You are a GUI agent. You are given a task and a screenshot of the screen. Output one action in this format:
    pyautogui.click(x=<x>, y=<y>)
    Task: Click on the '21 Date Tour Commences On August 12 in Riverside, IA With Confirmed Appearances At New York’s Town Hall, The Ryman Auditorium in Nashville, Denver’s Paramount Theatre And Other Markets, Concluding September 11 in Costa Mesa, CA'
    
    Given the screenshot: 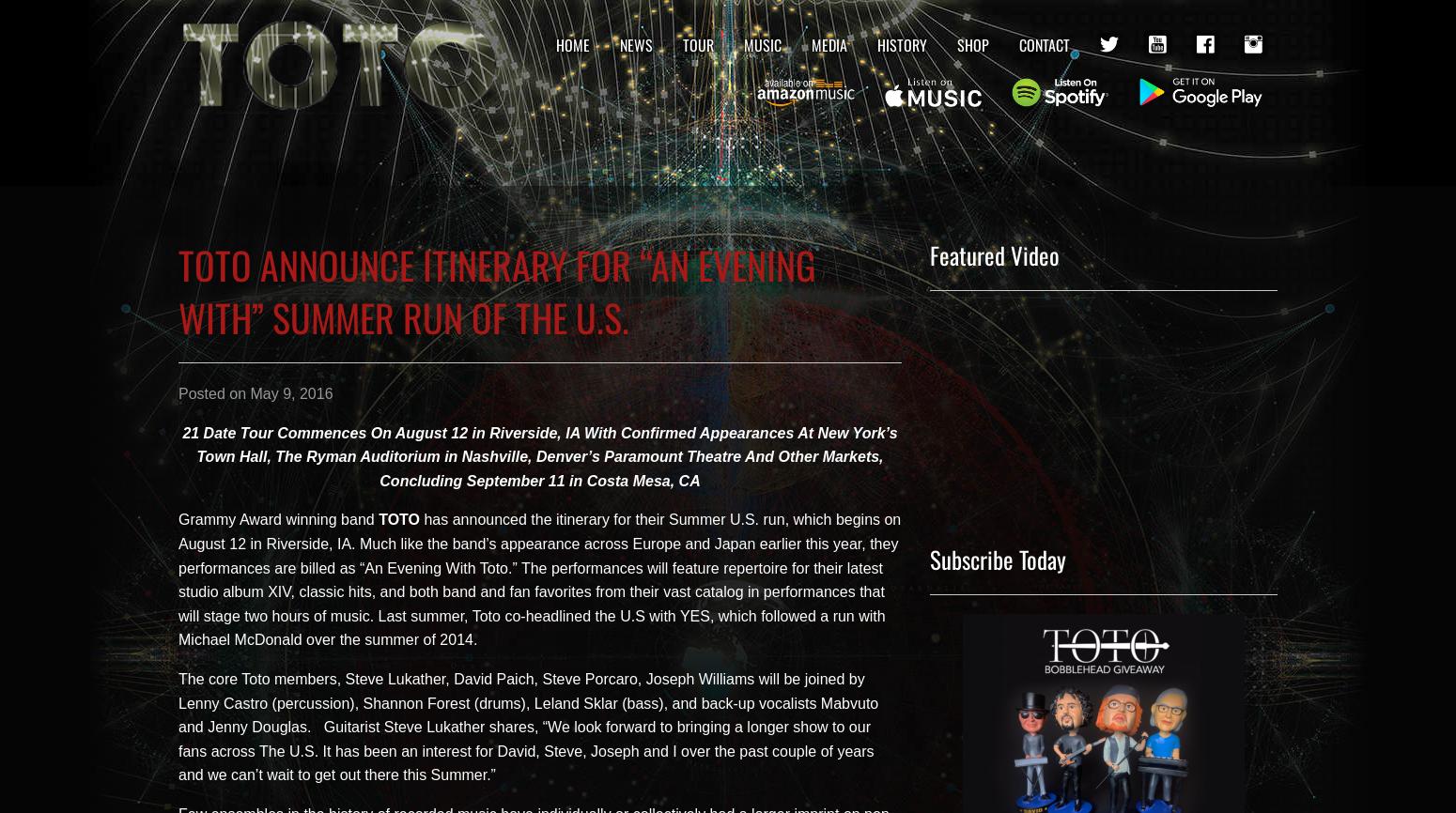 What is the action you would take?
    pyautogui.click(x=181, y=455)
    